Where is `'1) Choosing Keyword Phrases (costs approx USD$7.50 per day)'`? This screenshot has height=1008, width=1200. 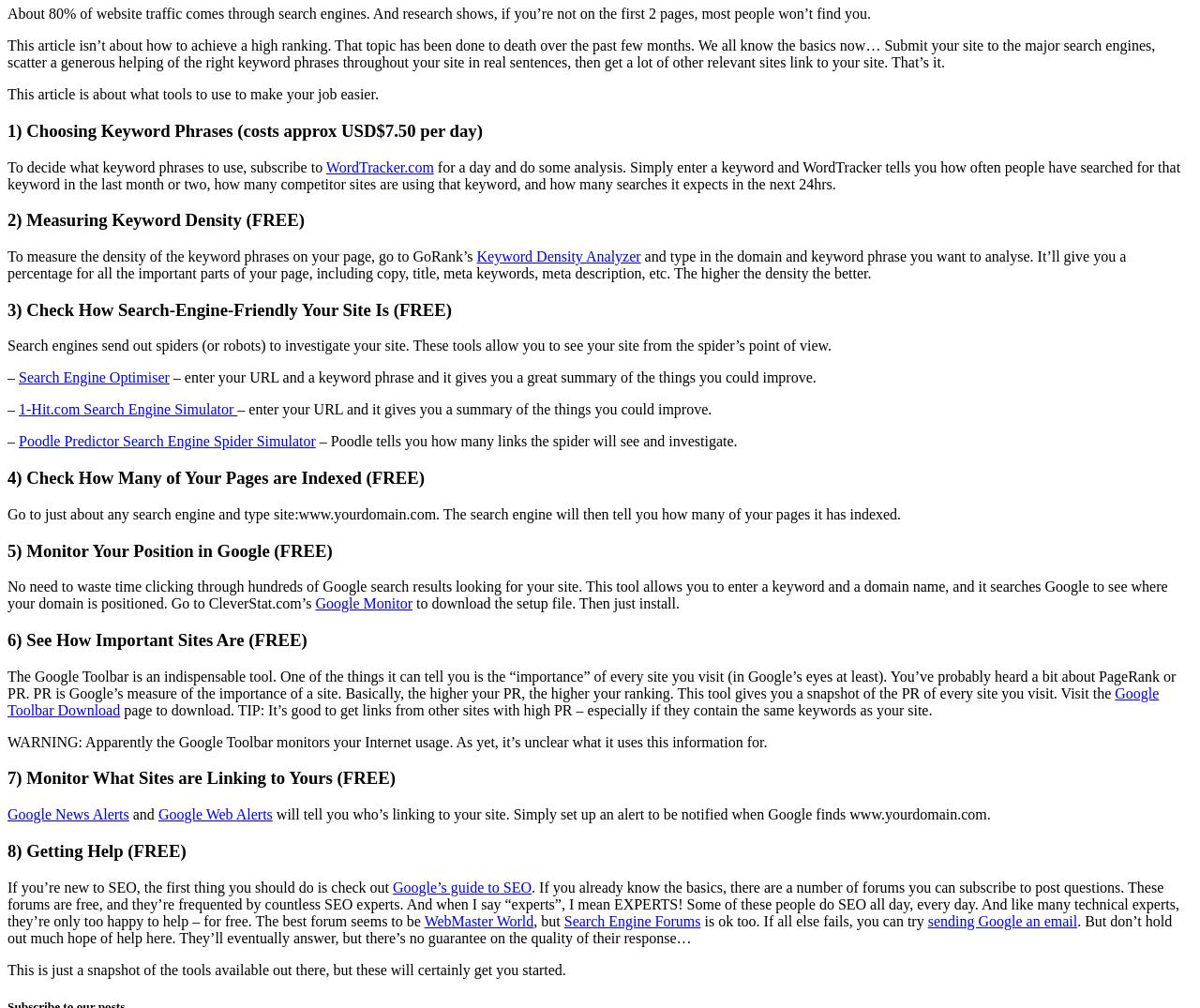 '1) Choosing Keyword Phrases (costs approx USD$7.50 per day)' is located at coordinates (243, 128).